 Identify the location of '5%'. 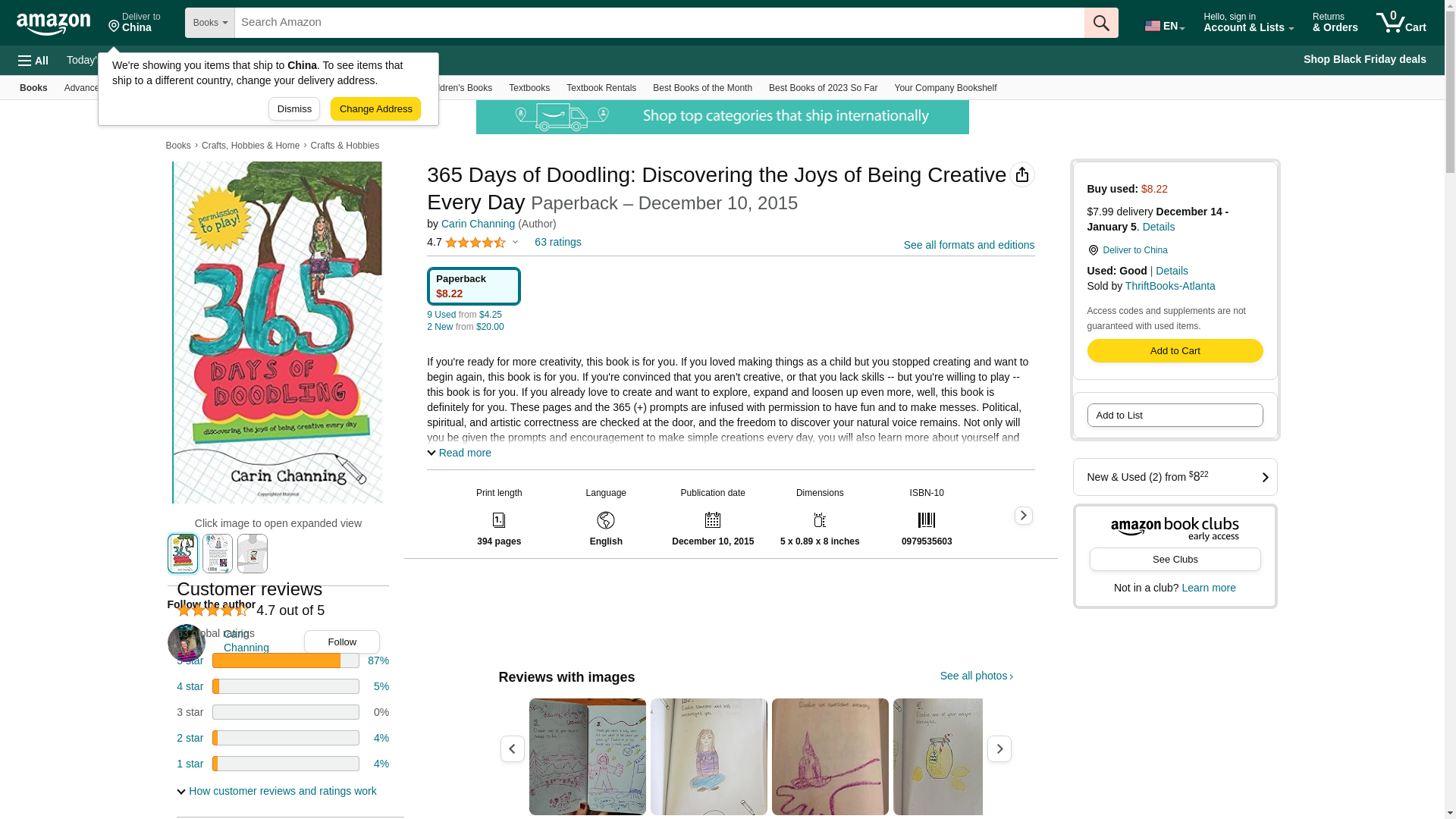
(374, 686).